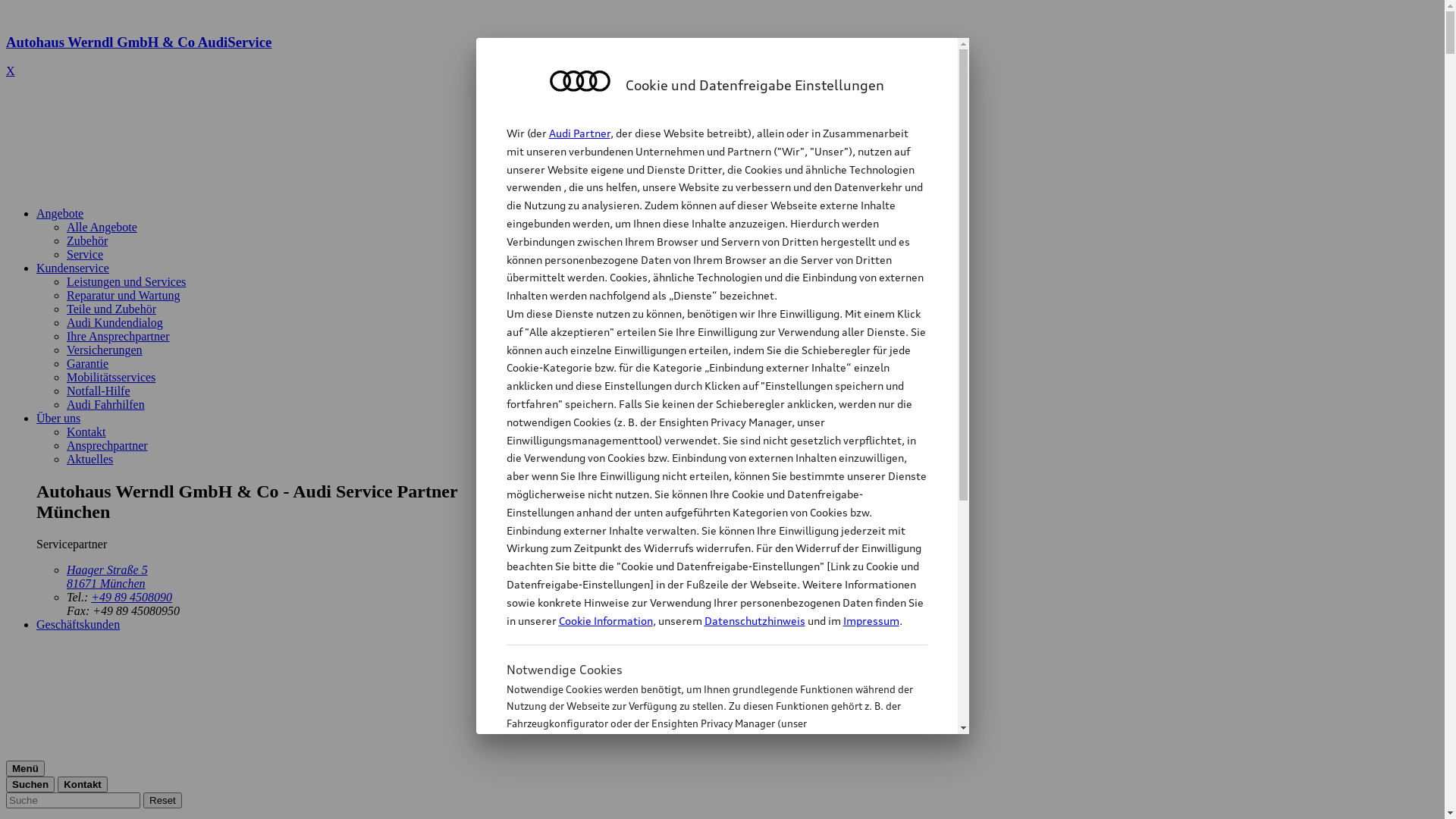  What do you see at coordinates (579, 132) in the screenshot?
I see `'Audi Partner'` at bounding box center [579, 132].